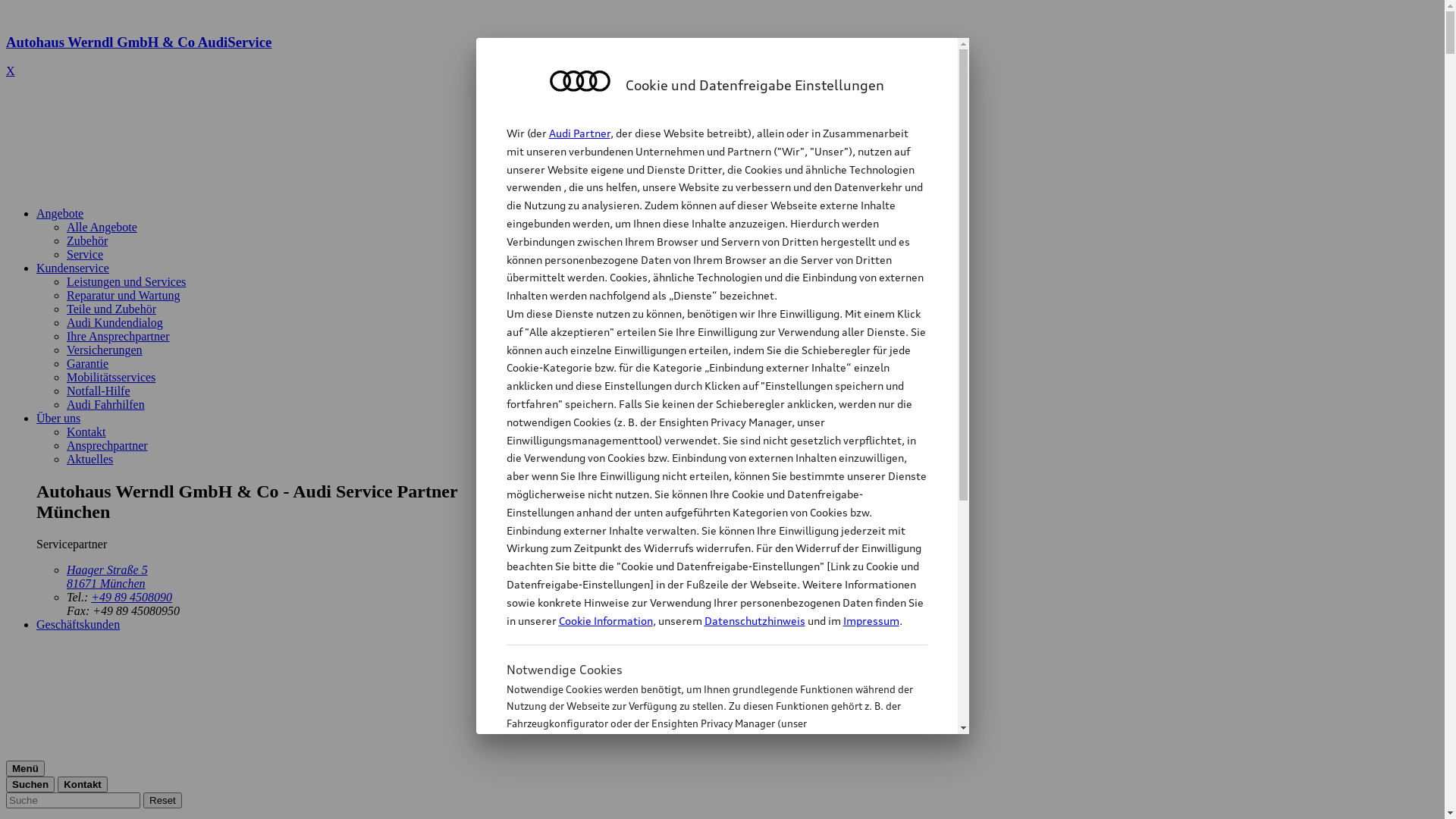  What do you see at coordinates (579, 132) in the screenshot?
I see `'Audi Partner'` at bounding box center [579, 132].